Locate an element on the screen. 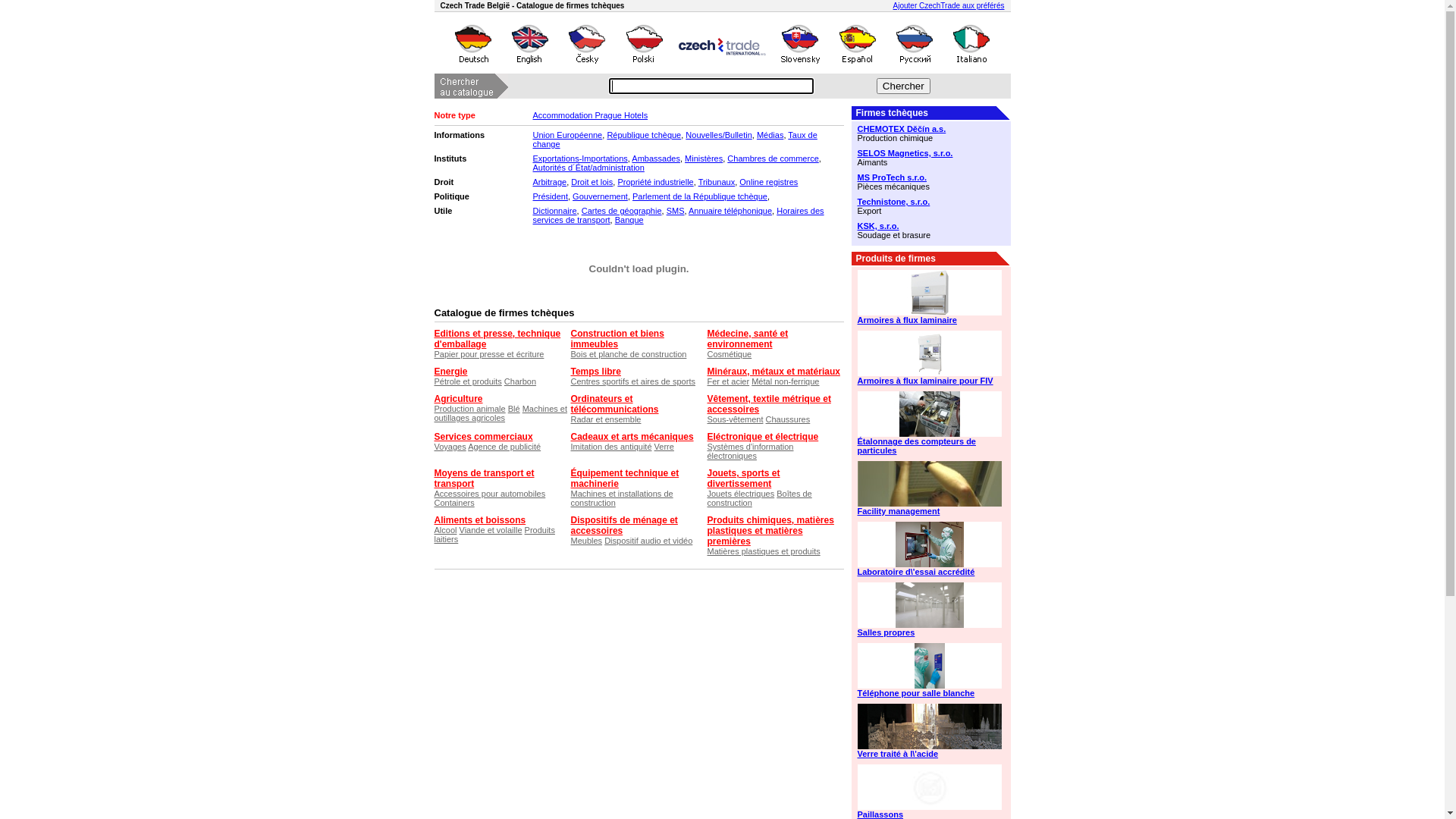 Image resolution: width=1456 pixels, height=819 pixels. 'Banque' is located at coordinates (629, 219).